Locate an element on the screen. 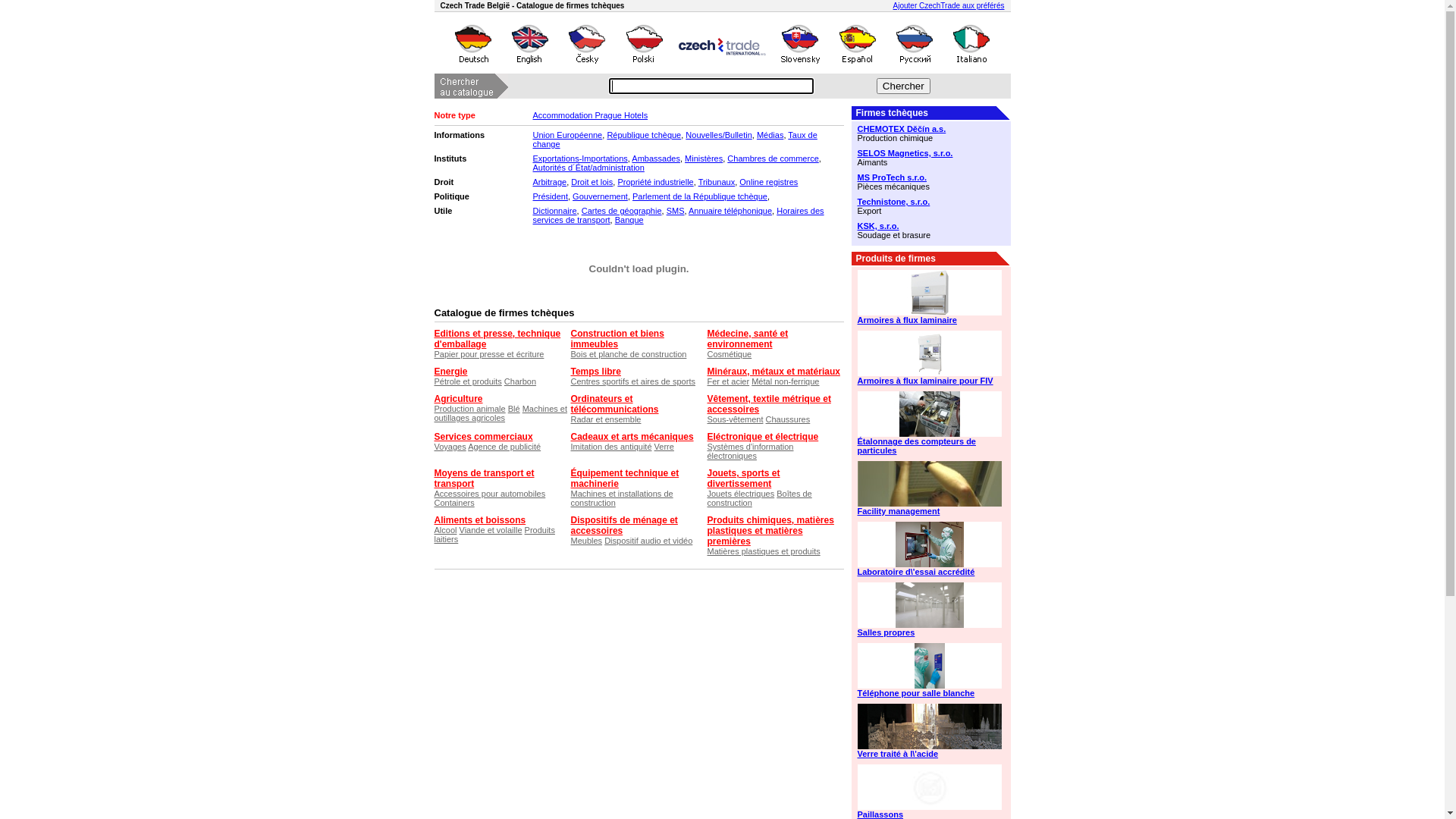 Image resolution: width=1456 pixels, height=819 pixels. 'Banque' is located at coordinates (629, 219).